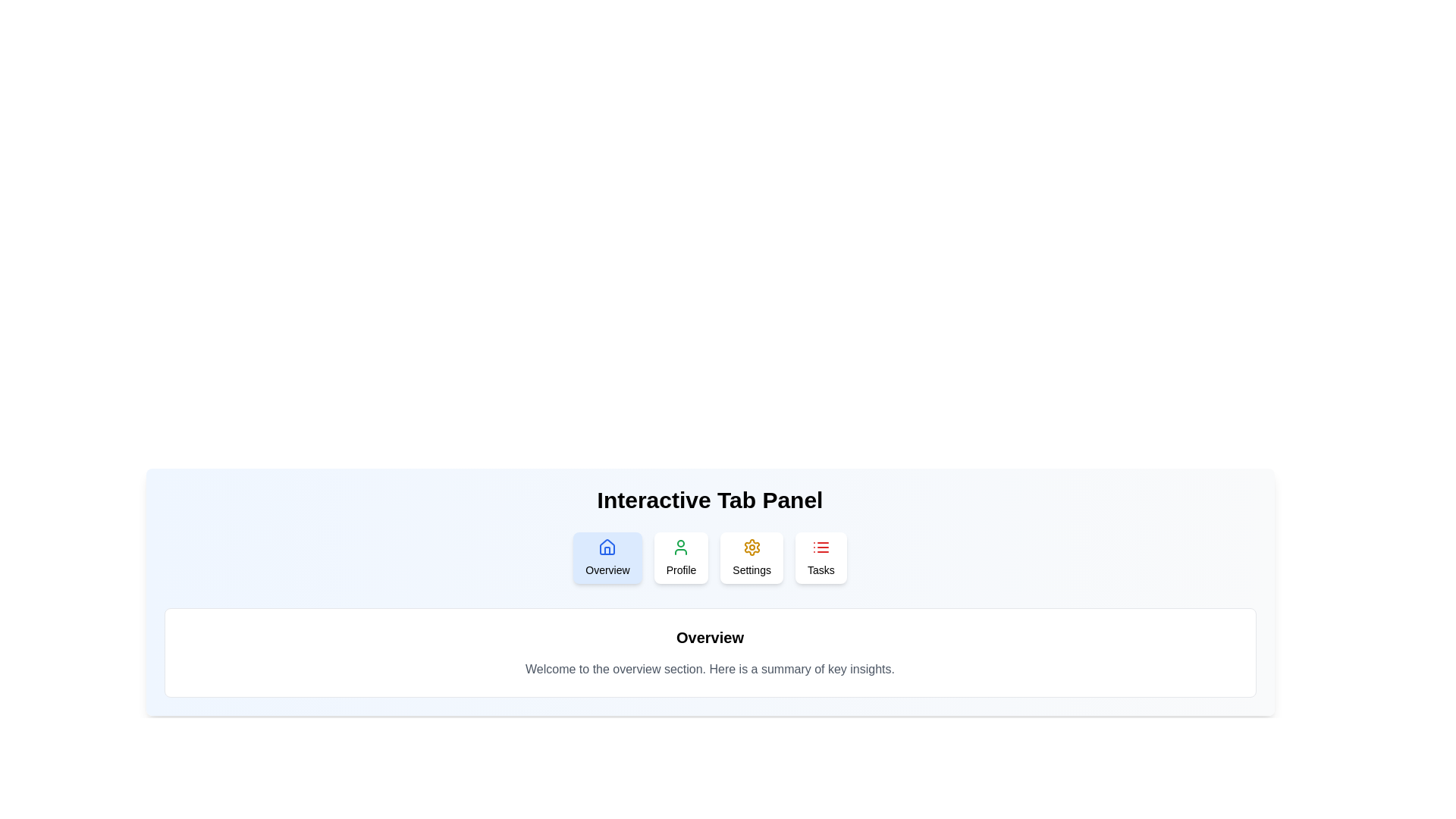  Describe the element at coordinates (752, 558) in the screenshot. I see `the Settings tab to view its content` at that location.